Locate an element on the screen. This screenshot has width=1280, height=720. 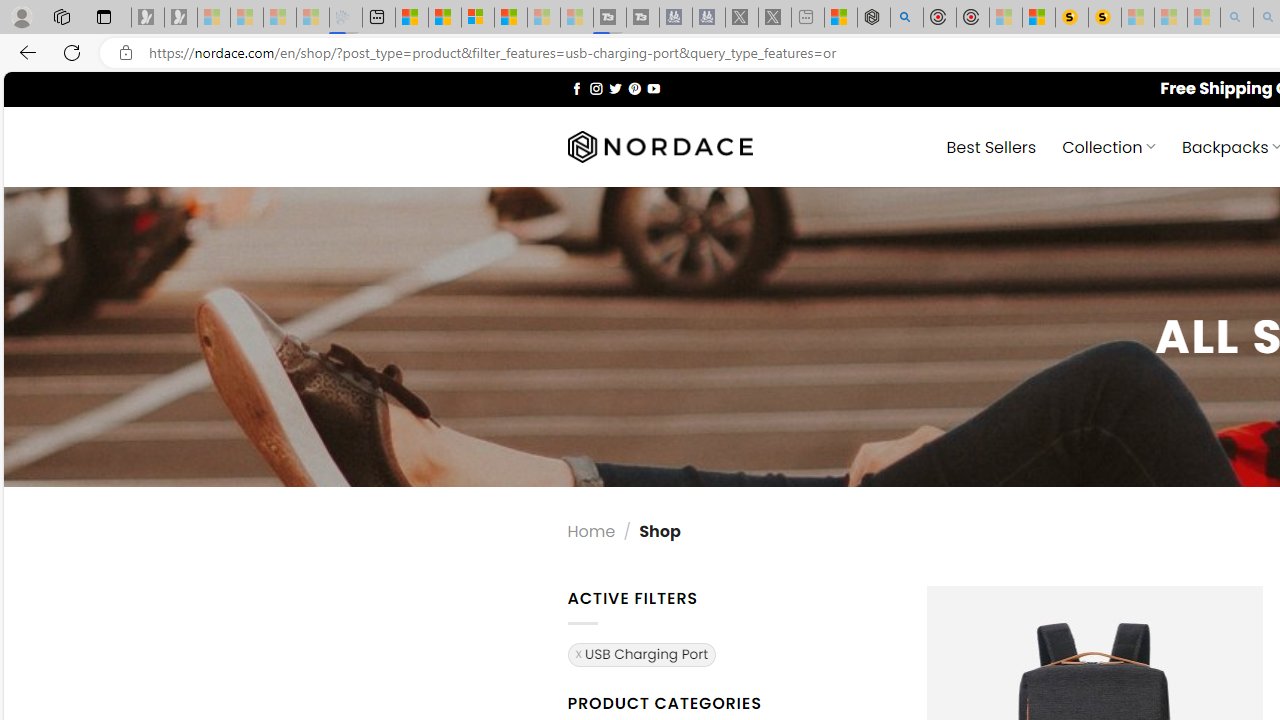
'amazon - Search - Sleeping' is located at coordinates (1236, 17).